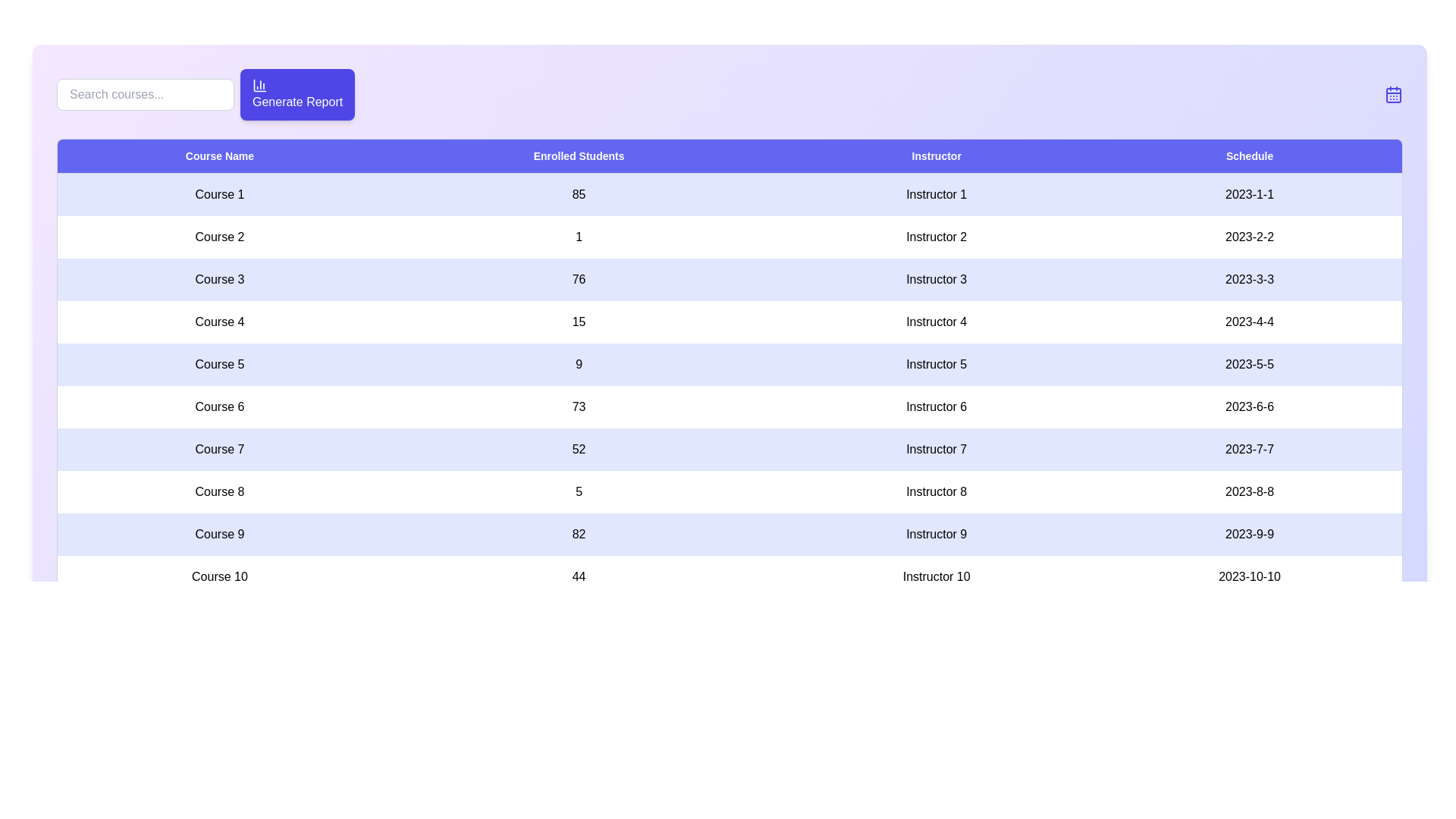 Image resolution: width=1456 pixels, height=819 pixels. Describe the element at coordinates (1250, 156) in the screenshot. I see `the header Schedule to sort or filter the table` at that location.